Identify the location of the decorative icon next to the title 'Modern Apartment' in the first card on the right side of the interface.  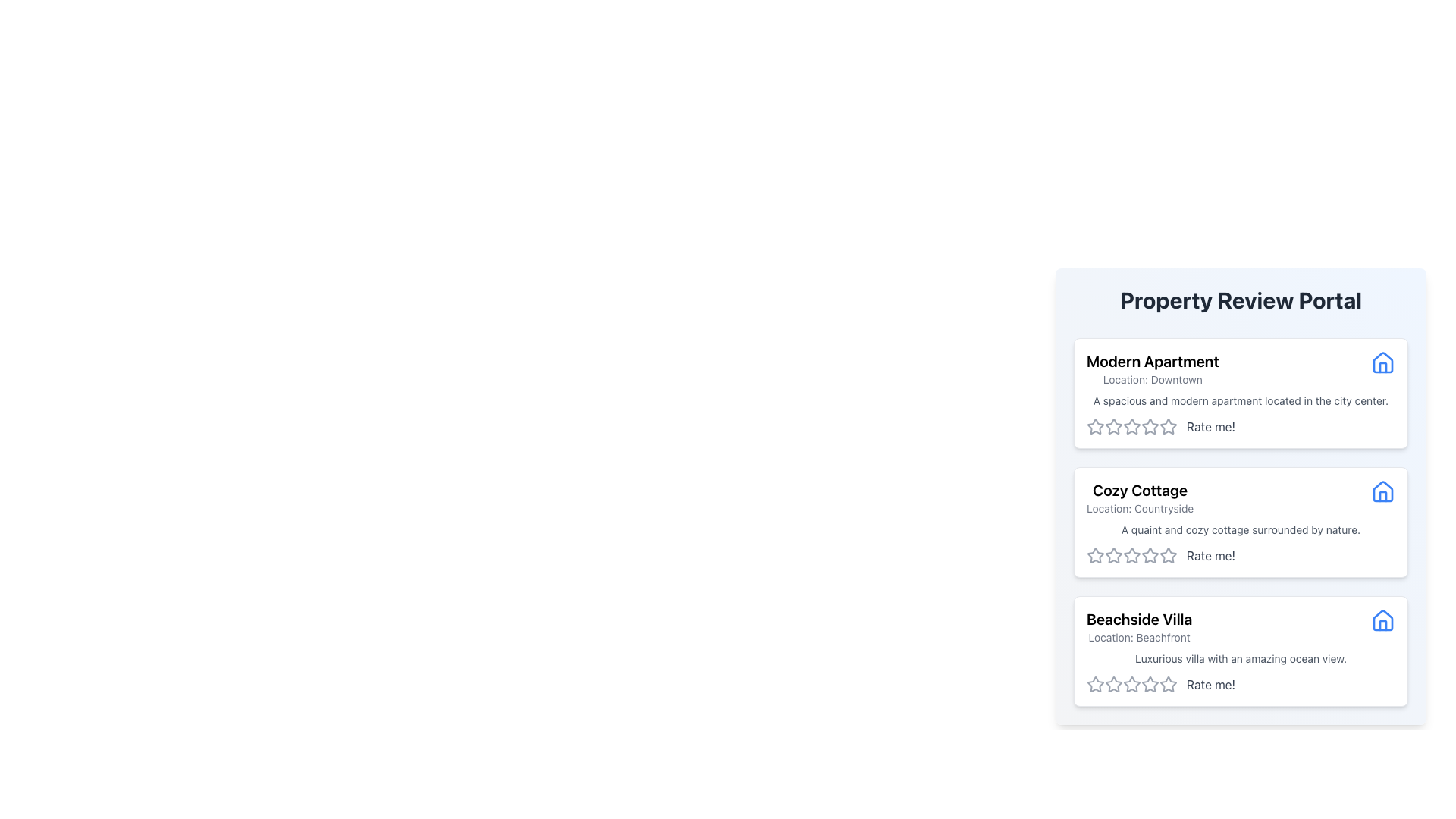
(1383, 362).